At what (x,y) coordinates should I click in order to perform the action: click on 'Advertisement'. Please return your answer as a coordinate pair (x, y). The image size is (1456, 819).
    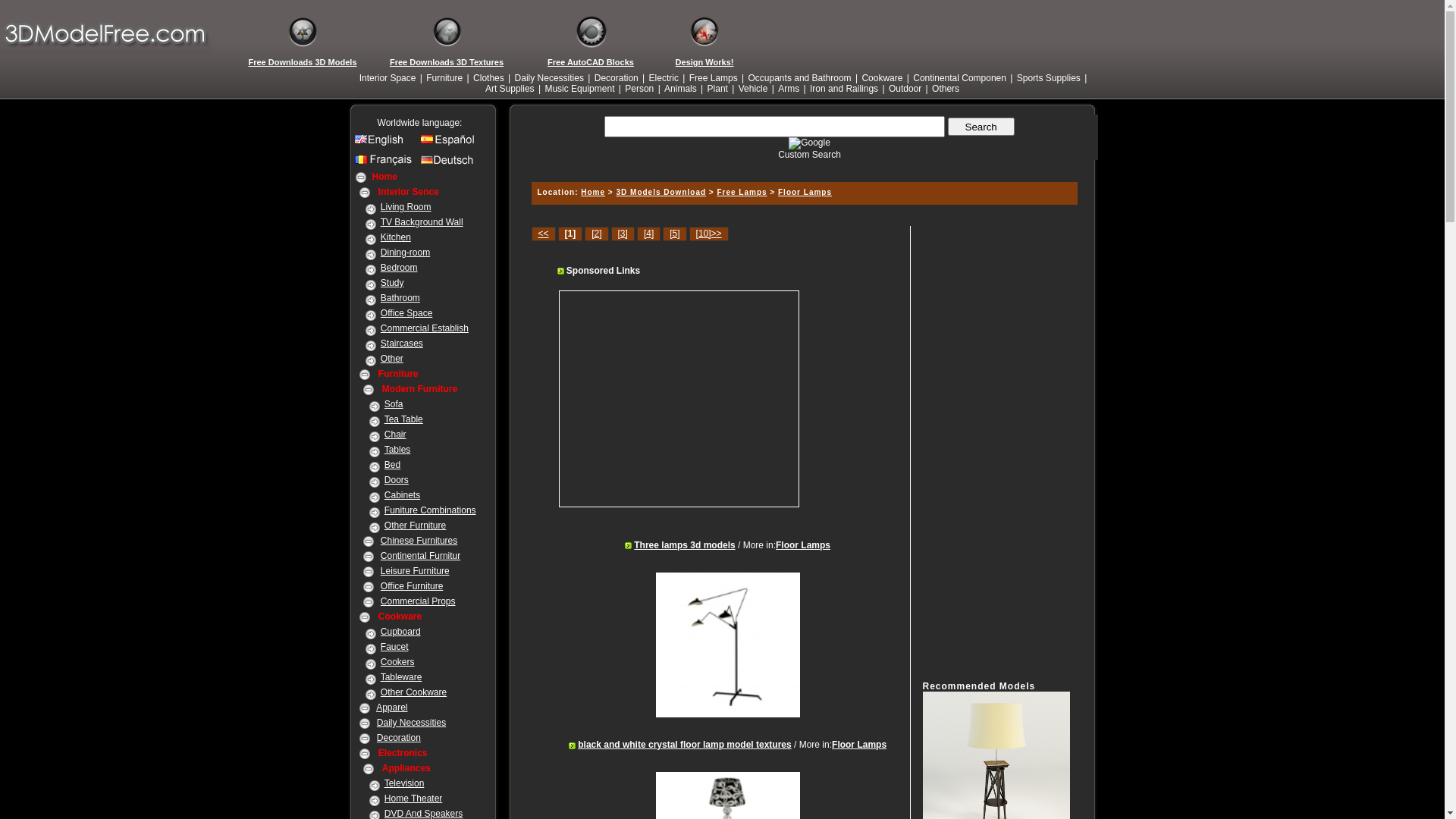
    Looking at the image, I should click on (687, 397).